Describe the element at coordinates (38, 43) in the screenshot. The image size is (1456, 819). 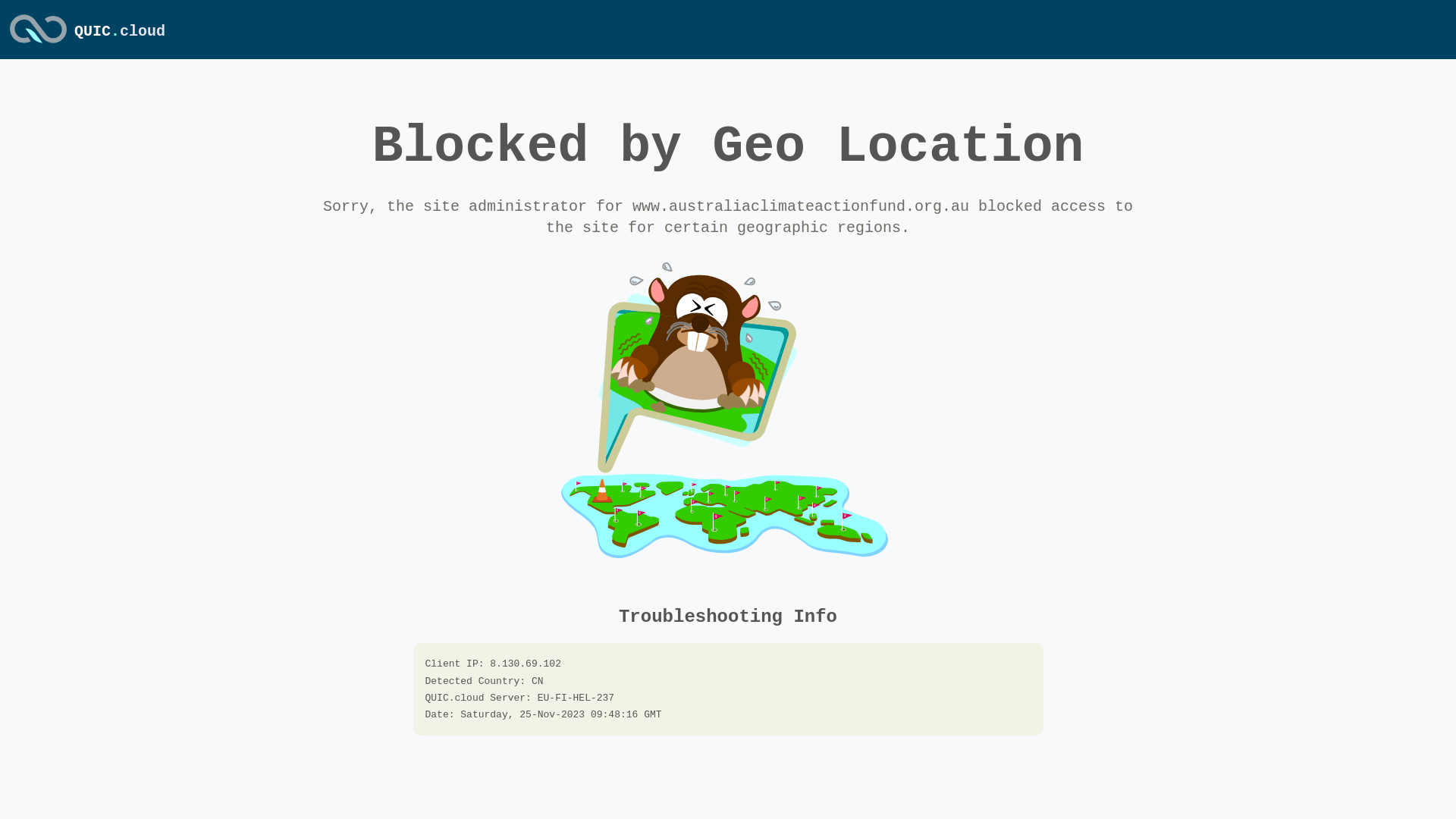
I see `'QUIC.cloud'` at that location.